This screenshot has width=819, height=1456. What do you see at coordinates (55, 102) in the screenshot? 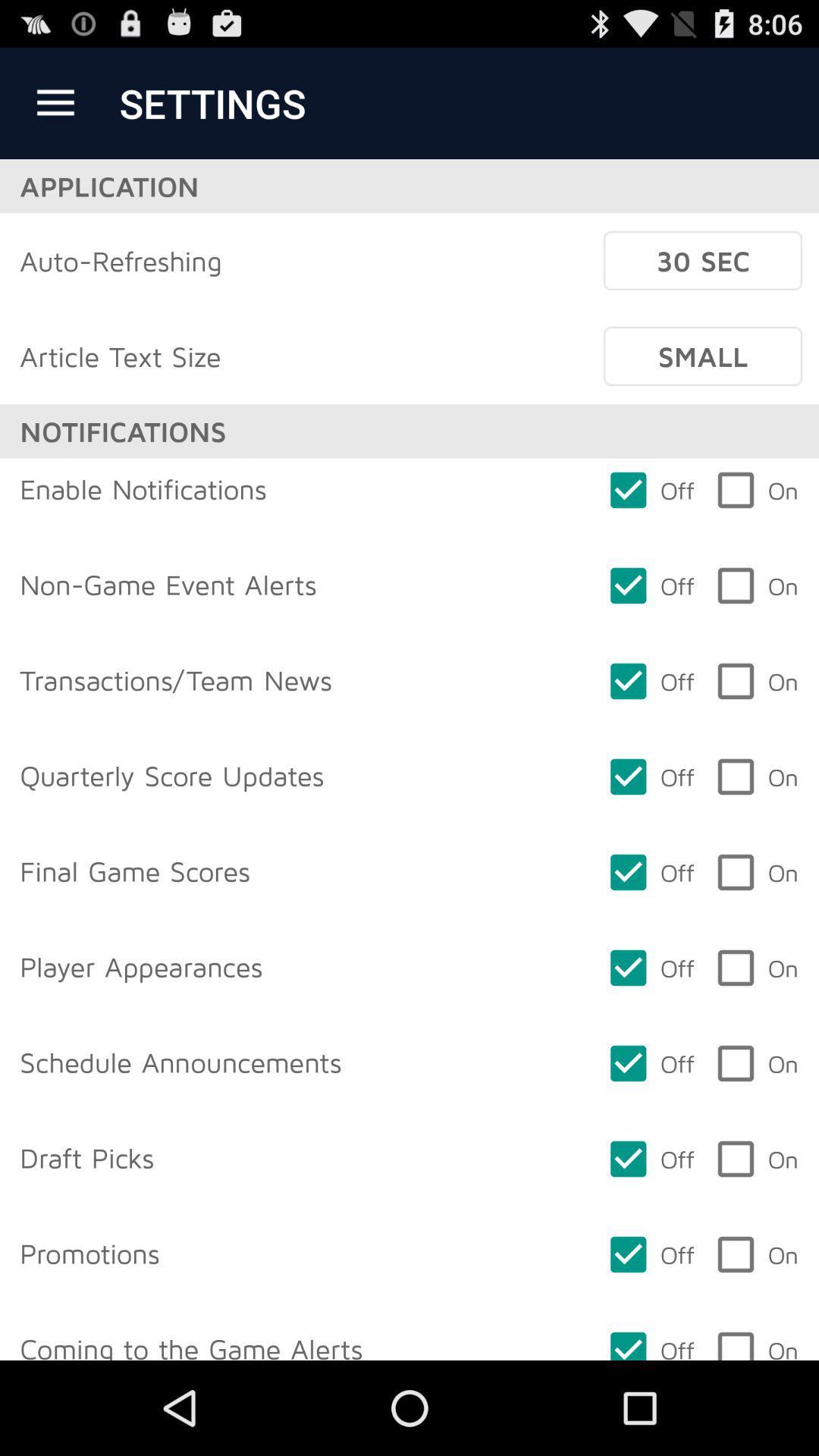
I see `the icon above application icon` at bounding box center [55, 102].